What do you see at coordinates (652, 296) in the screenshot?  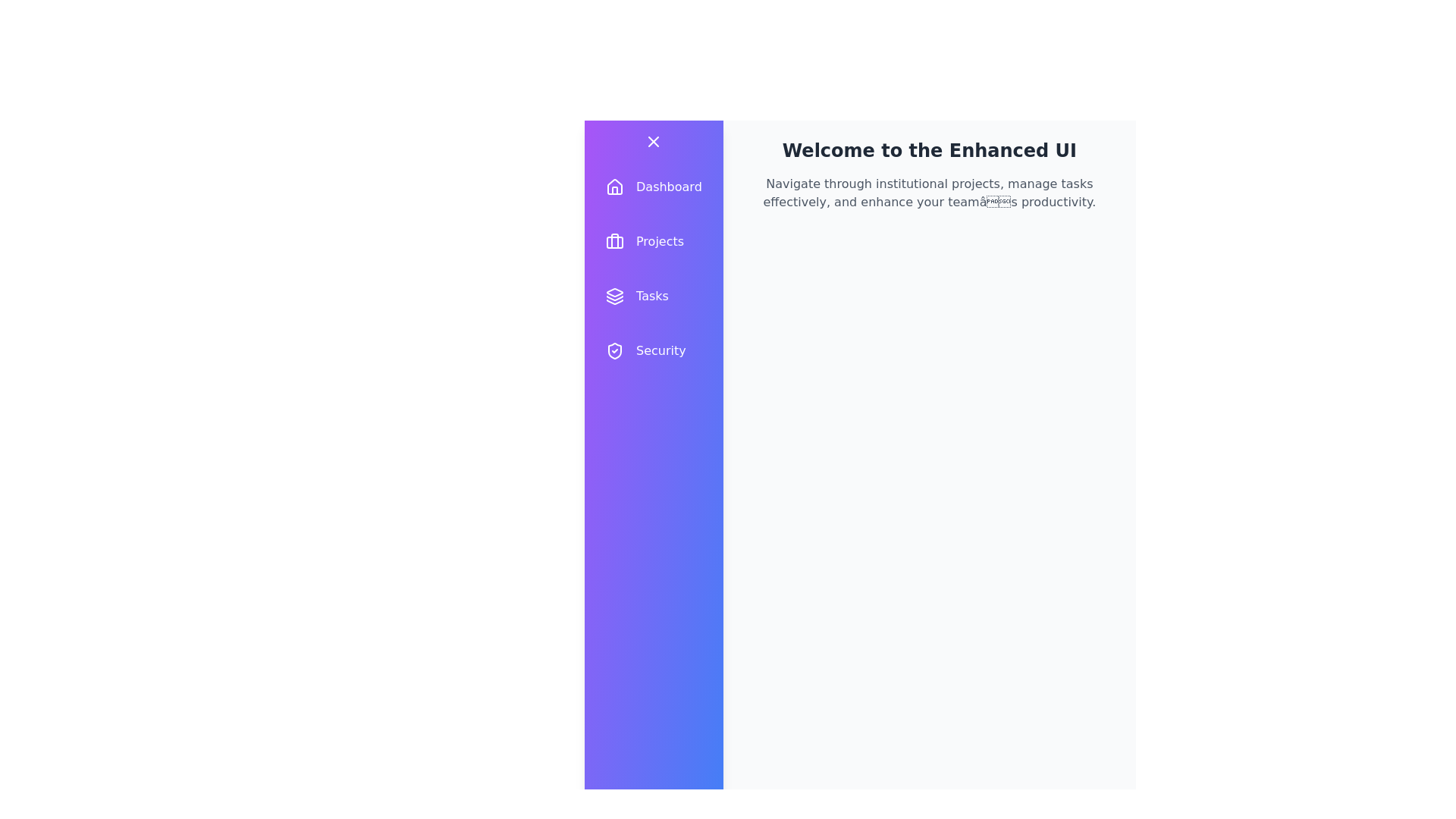 I see `the 'Tasks' text label in the left vertical navigation bar` at bounding box center [652, 296].